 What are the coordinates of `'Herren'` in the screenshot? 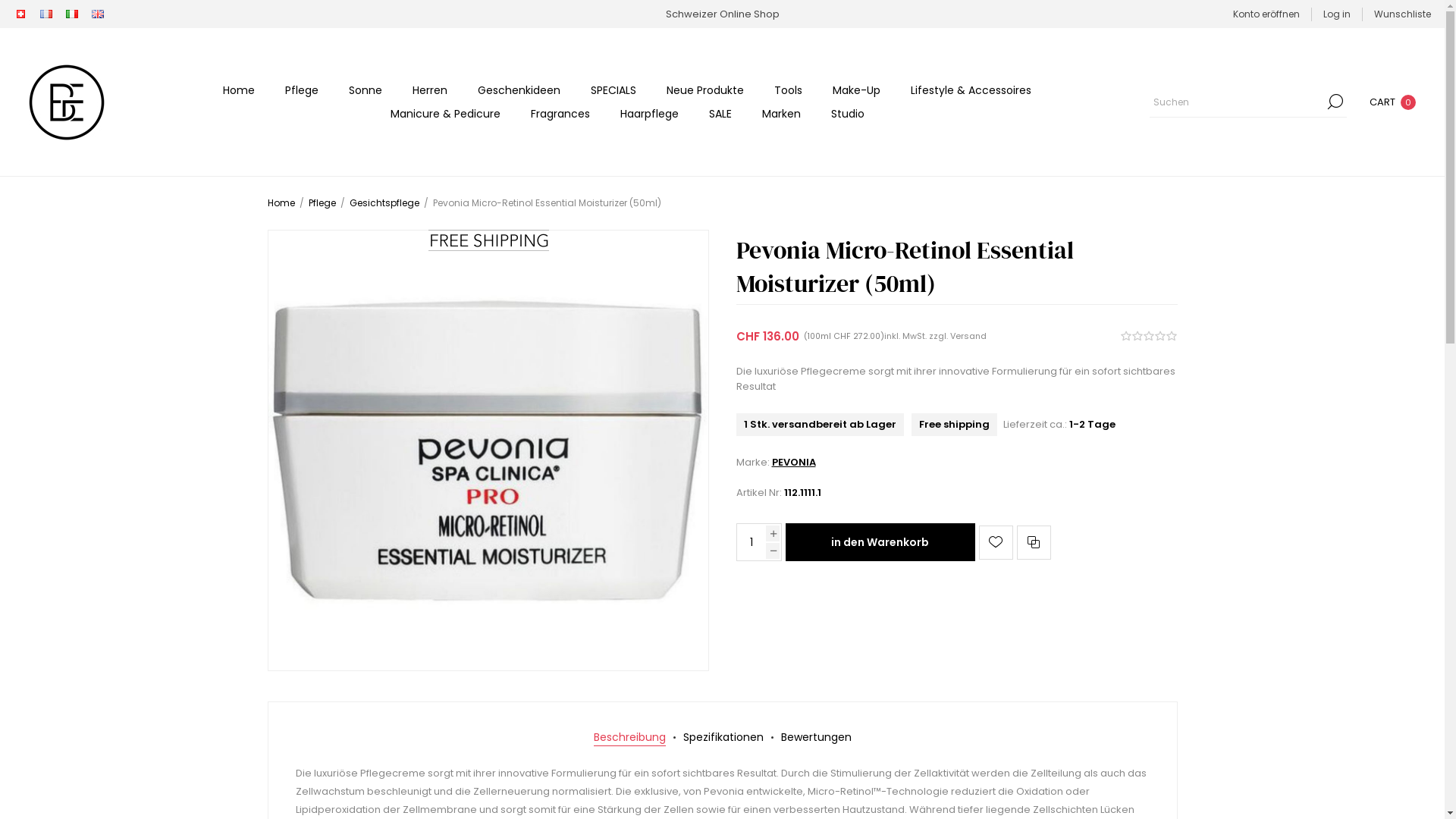 It's located at (428, 90).